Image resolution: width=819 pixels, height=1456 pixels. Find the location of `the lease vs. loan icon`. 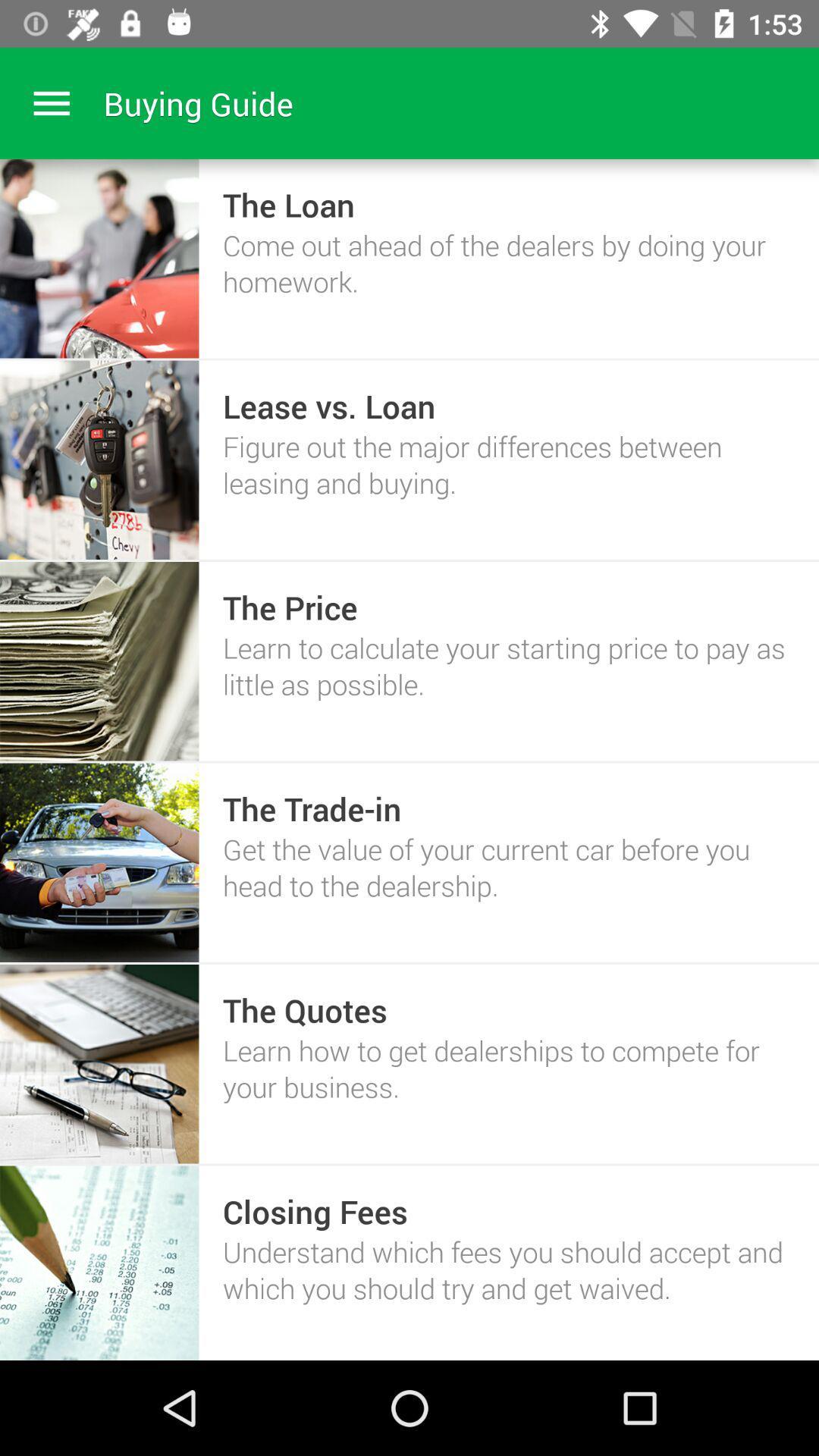

the lease vs. loan icon is located at coordinates (328, 406).